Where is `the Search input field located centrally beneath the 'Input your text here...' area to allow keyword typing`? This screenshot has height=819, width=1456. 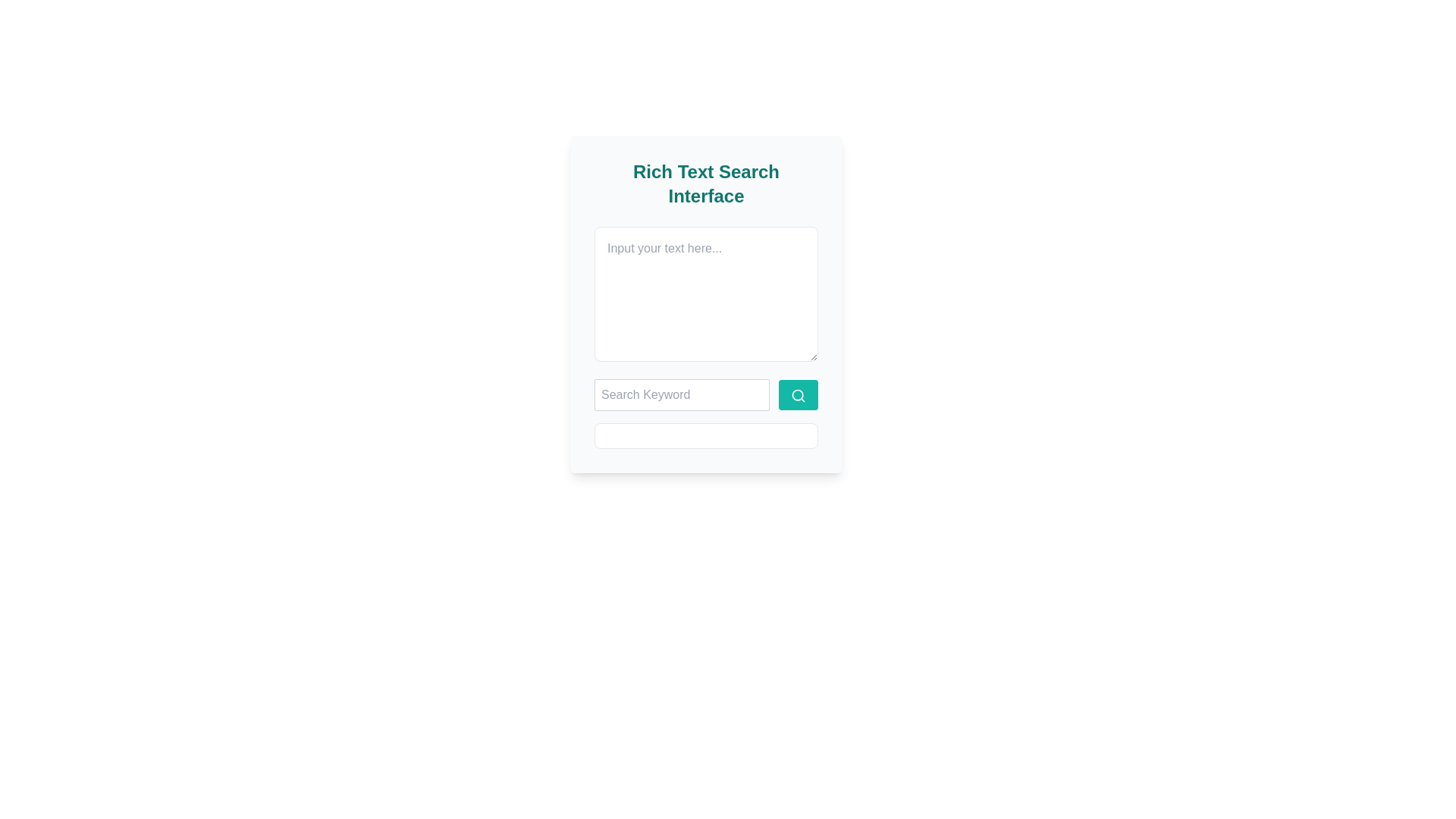 the Search input field located centrally beneath the 'Input your text here...' area to allow keyword typing is located at coordinates (705, 394).